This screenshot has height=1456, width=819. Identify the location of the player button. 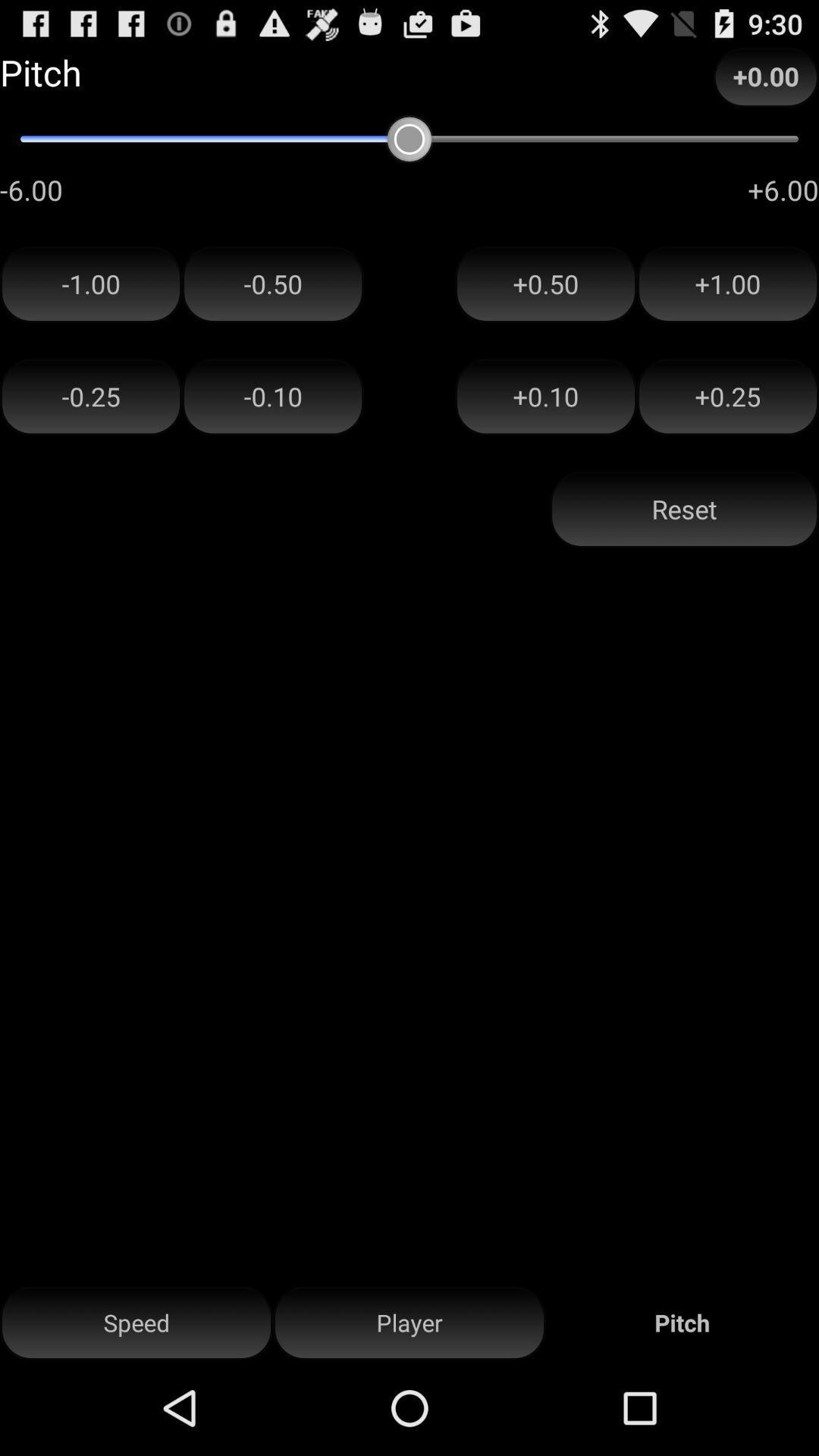
(409, 1323).